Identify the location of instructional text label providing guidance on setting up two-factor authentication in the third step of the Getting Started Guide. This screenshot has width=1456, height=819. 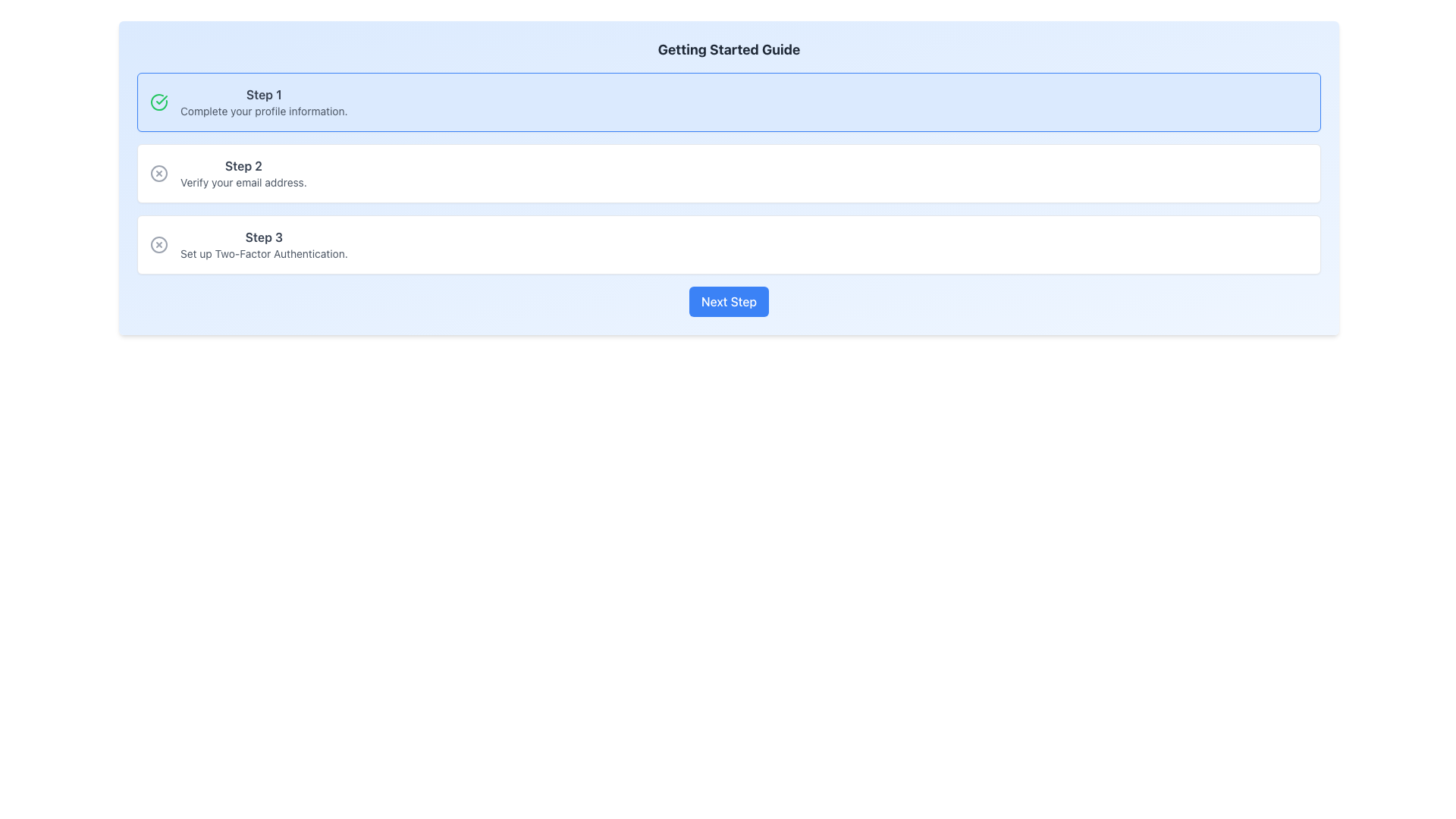
(264, 244).